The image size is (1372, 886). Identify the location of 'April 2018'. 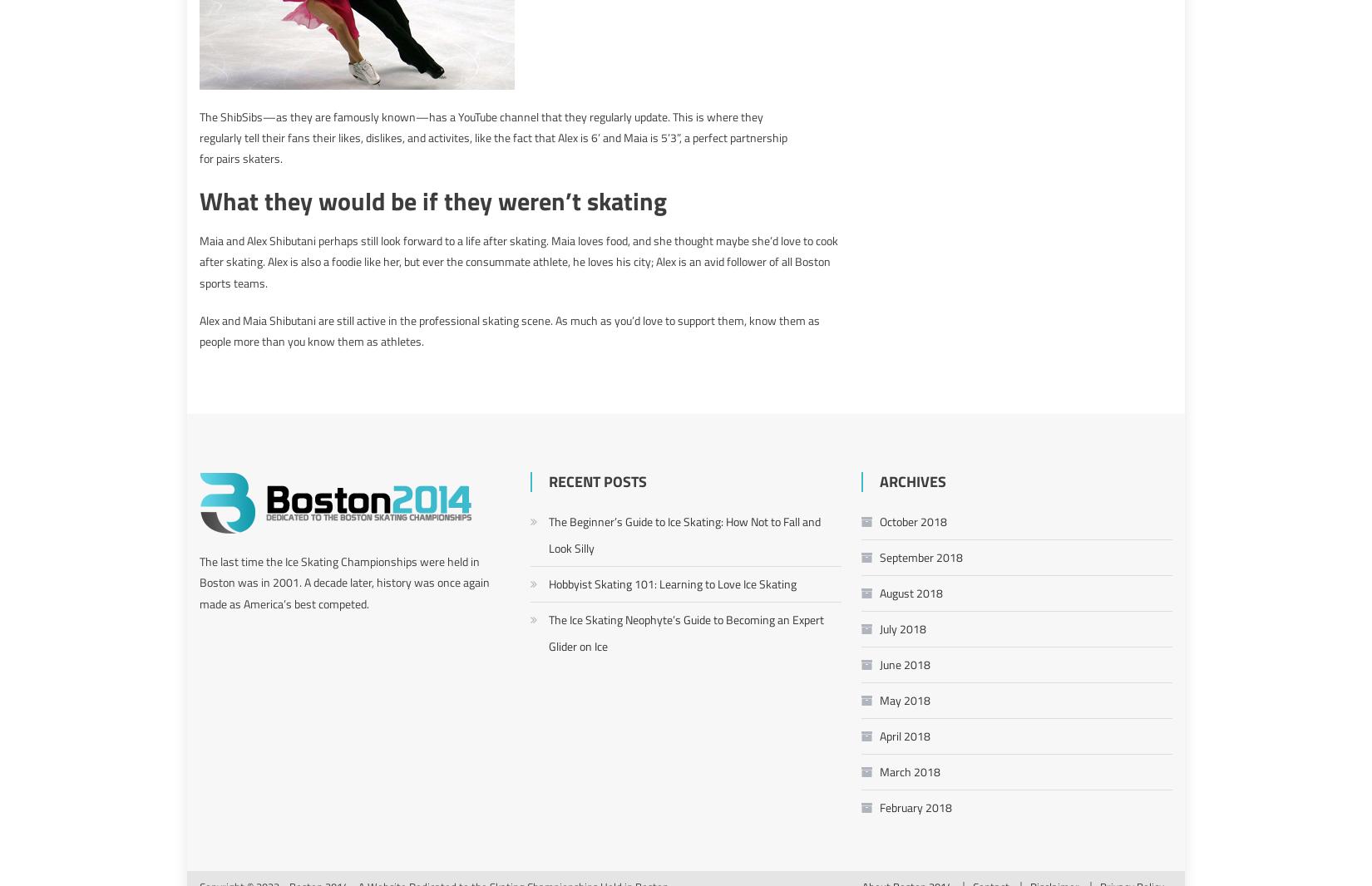
(904, 735).